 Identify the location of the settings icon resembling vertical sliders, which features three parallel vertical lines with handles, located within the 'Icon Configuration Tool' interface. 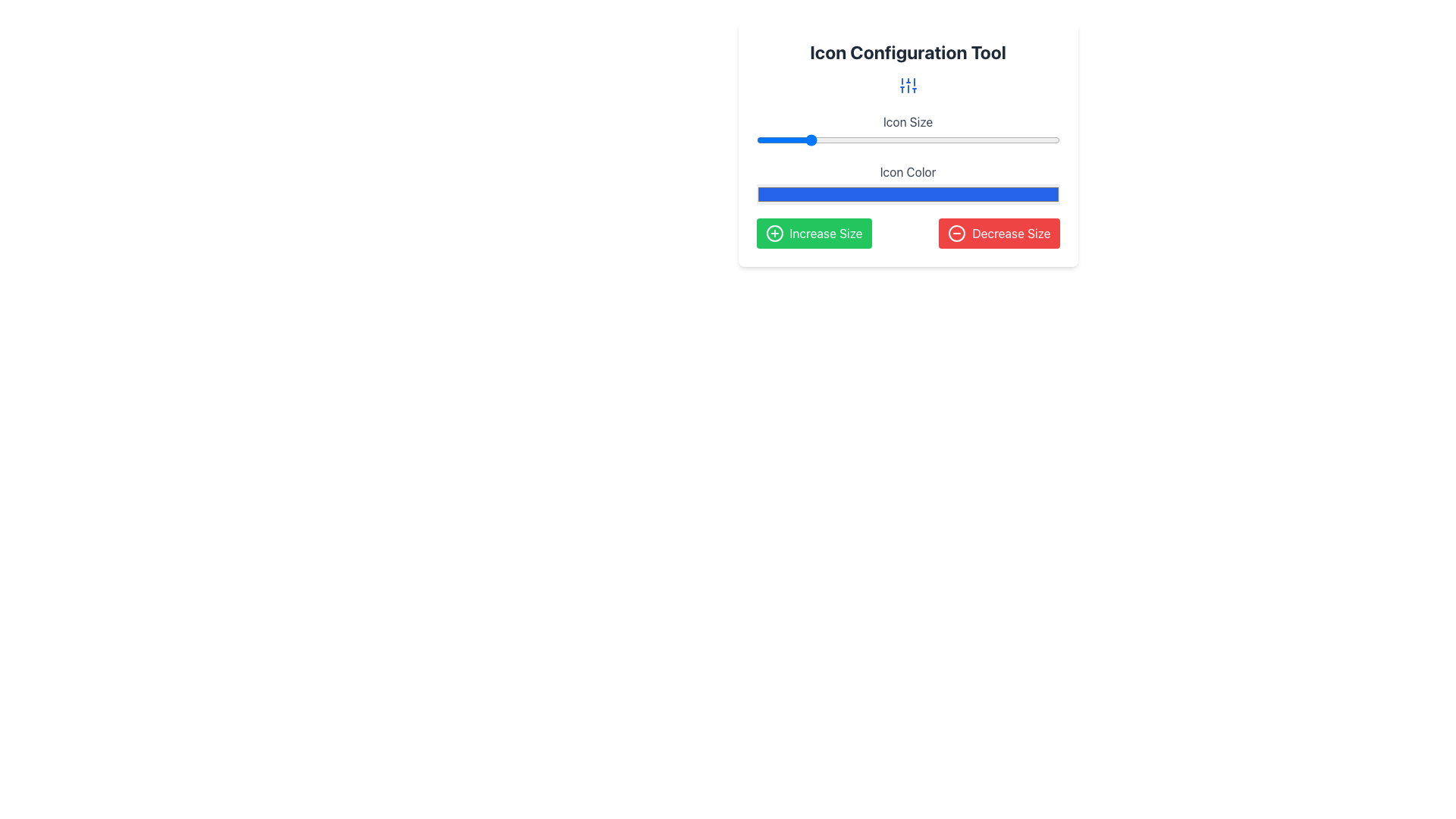
(908, 85).